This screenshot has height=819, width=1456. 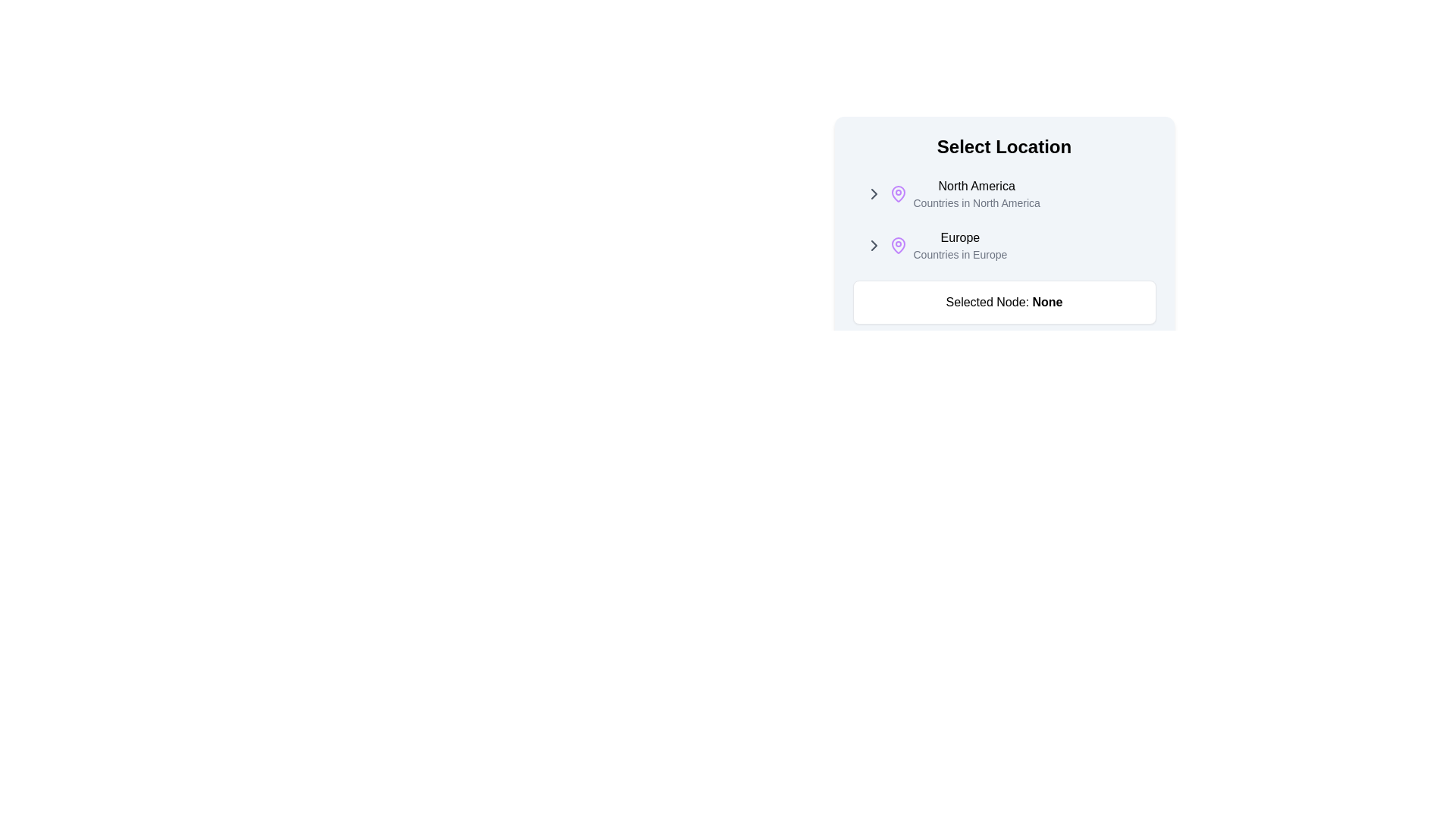 I want to click on the Static text header located at the top inside a box with rounded corners and a light gray background, which provides context to the user about the content below, so click(x=1004, y=146).